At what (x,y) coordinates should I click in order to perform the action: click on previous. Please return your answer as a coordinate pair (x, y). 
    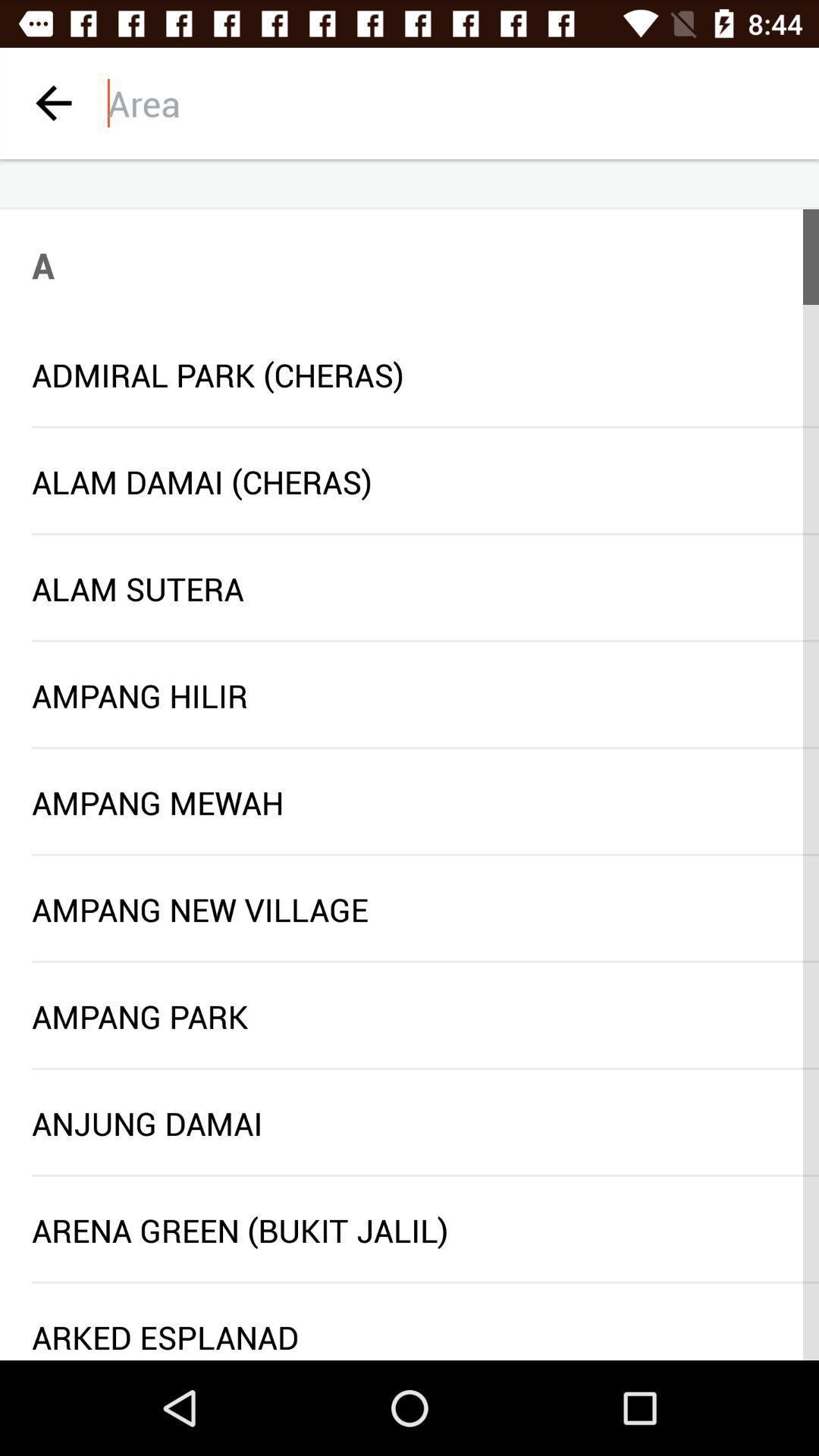
    Looking at the image, I should click on (52, 102).